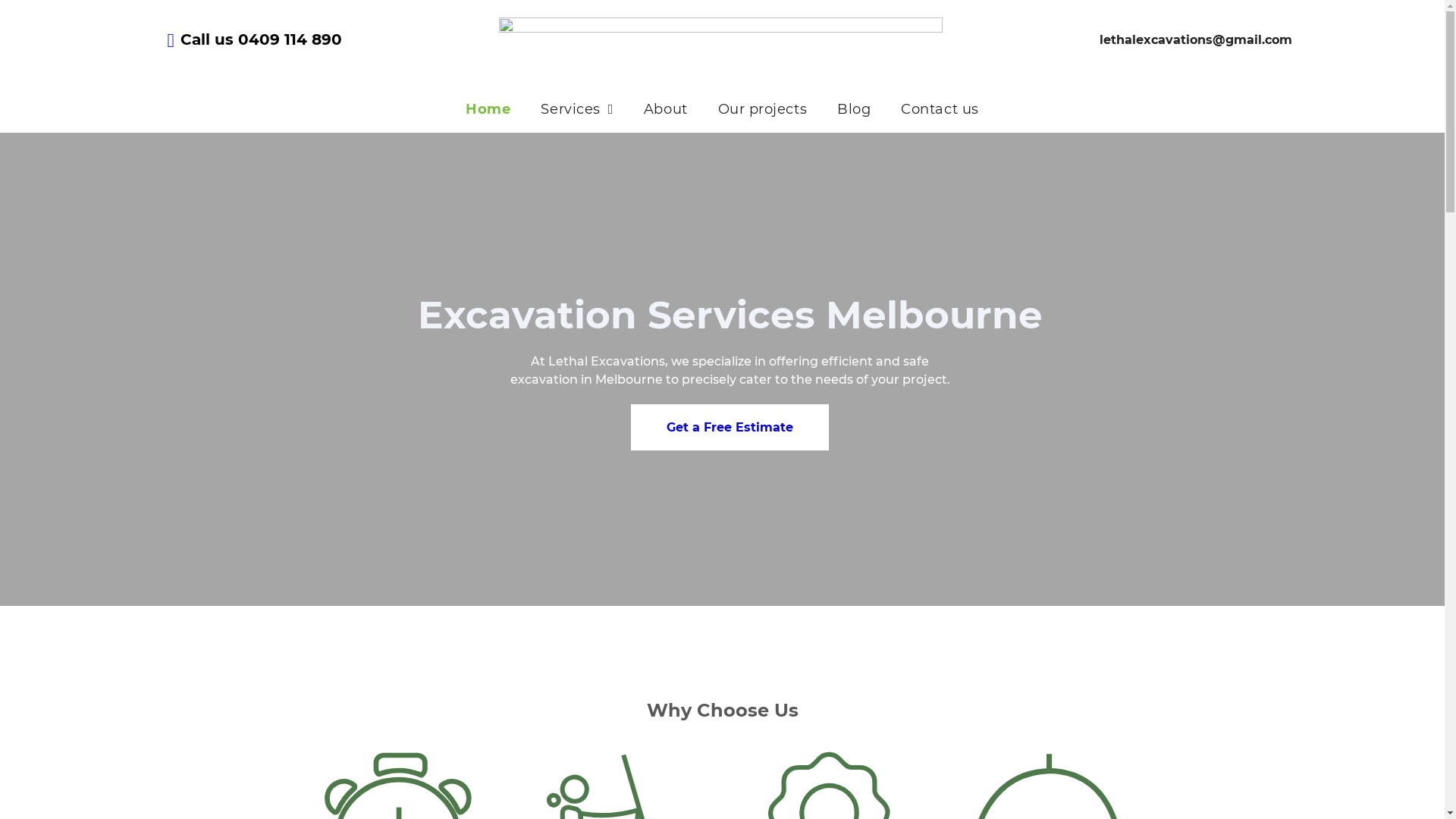 This screenshot has width=1456, height=819. What do you see at coordinates (938, 108) in the screenshot?
I see `'Contact us'` at bounding box center [938, 108].